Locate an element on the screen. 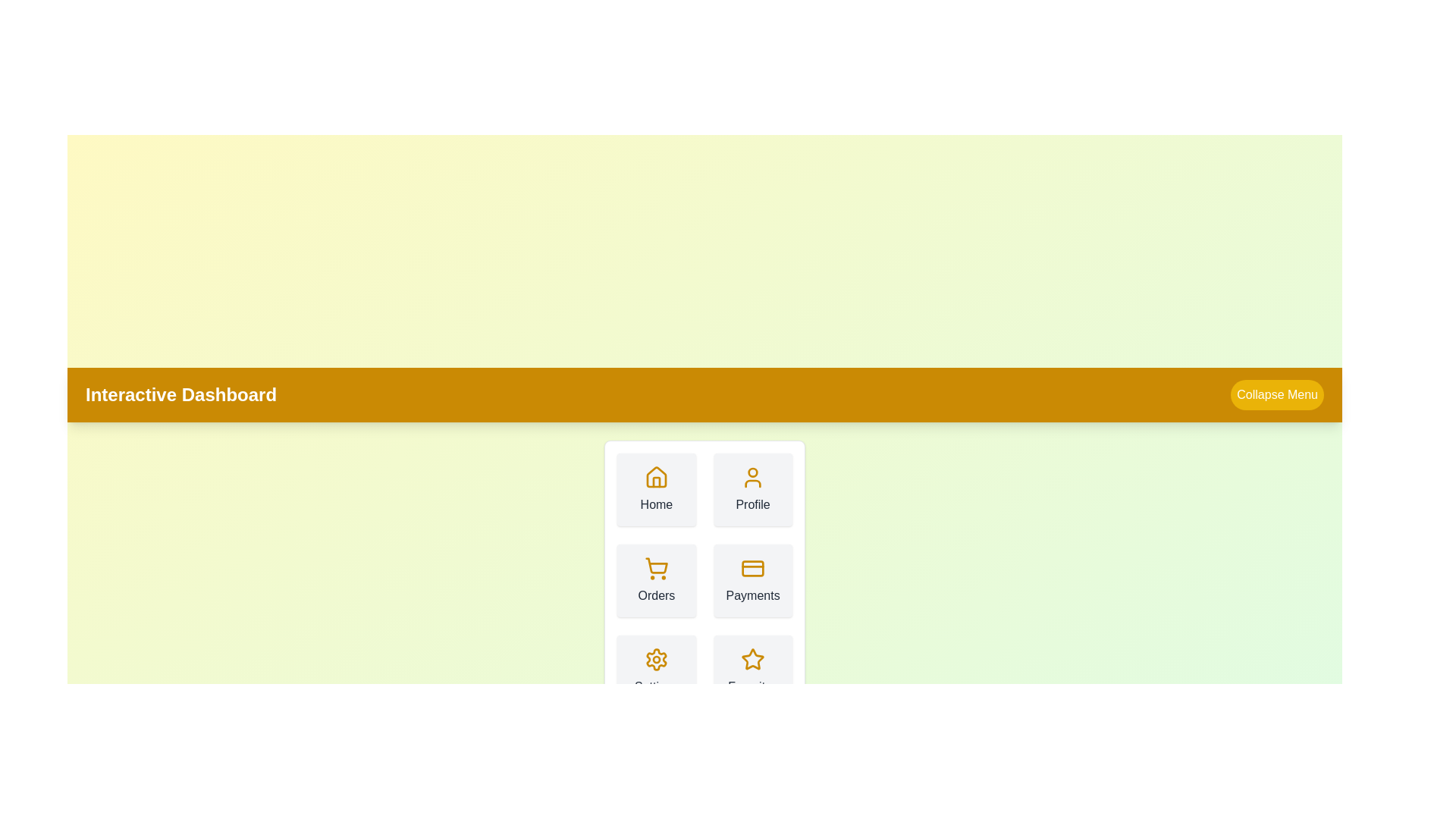 The height and width of the screenshot is (819, 1456). the 'Orders' button in the menu is located at coordinates (656, 580).